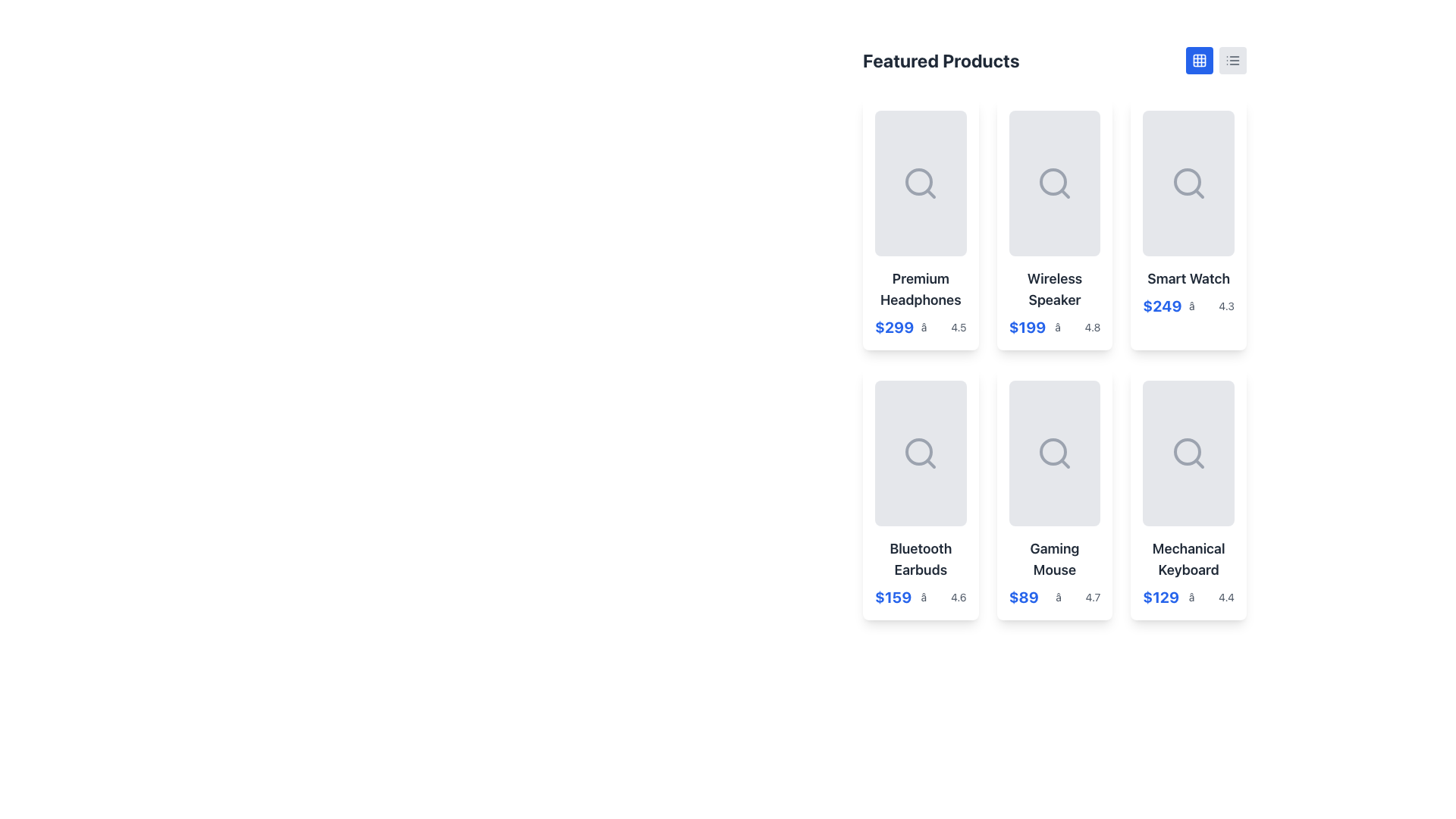 This screenshot has height=819, width=1456. I want to click on the button located at the top-right corner of the main interface, which toggles the view to a list layout, so click(1233, 60).